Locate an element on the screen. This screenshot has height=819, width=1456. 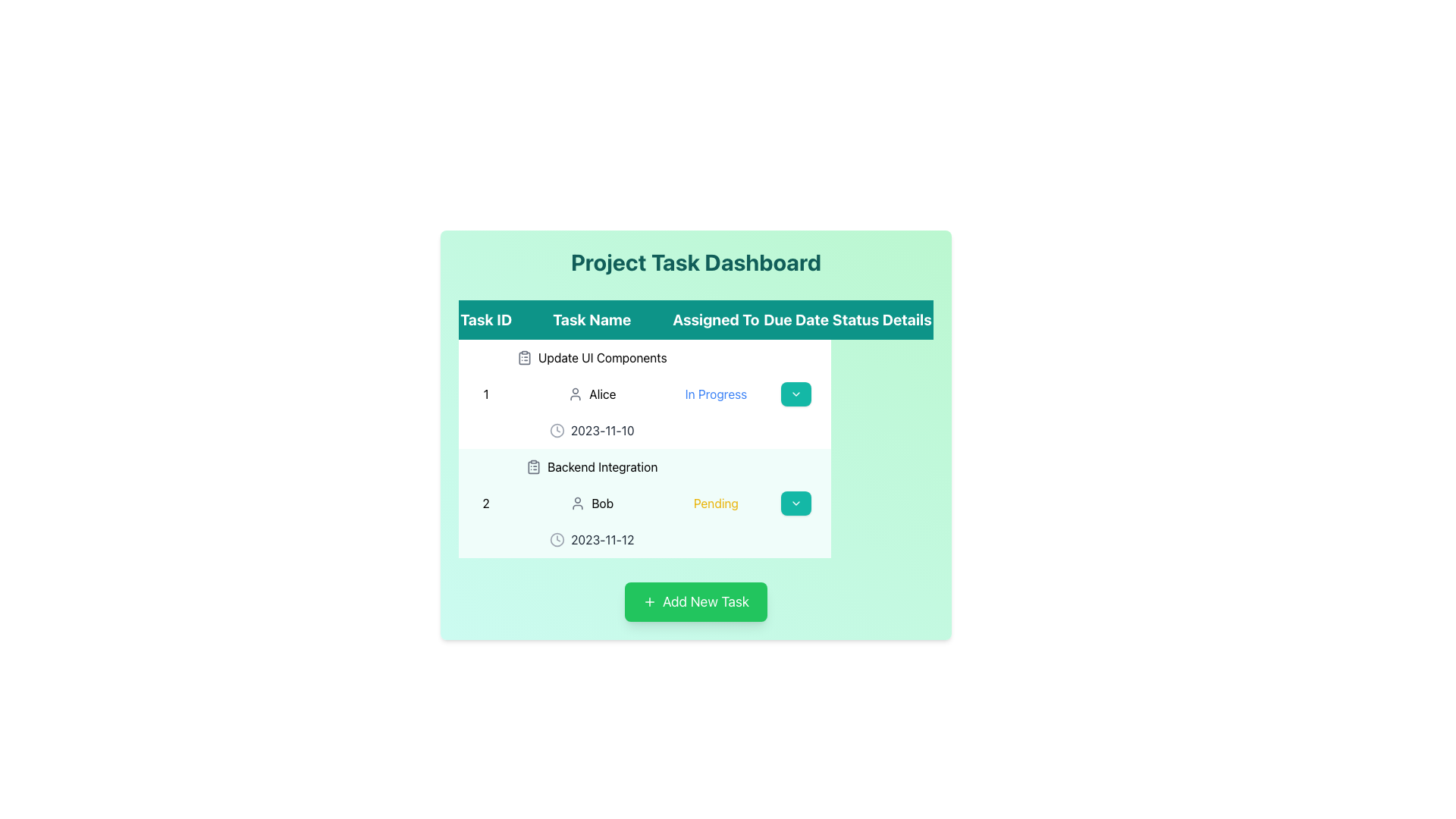
the dropdown button in the second row of the task table is located at coordinates (695, 447).